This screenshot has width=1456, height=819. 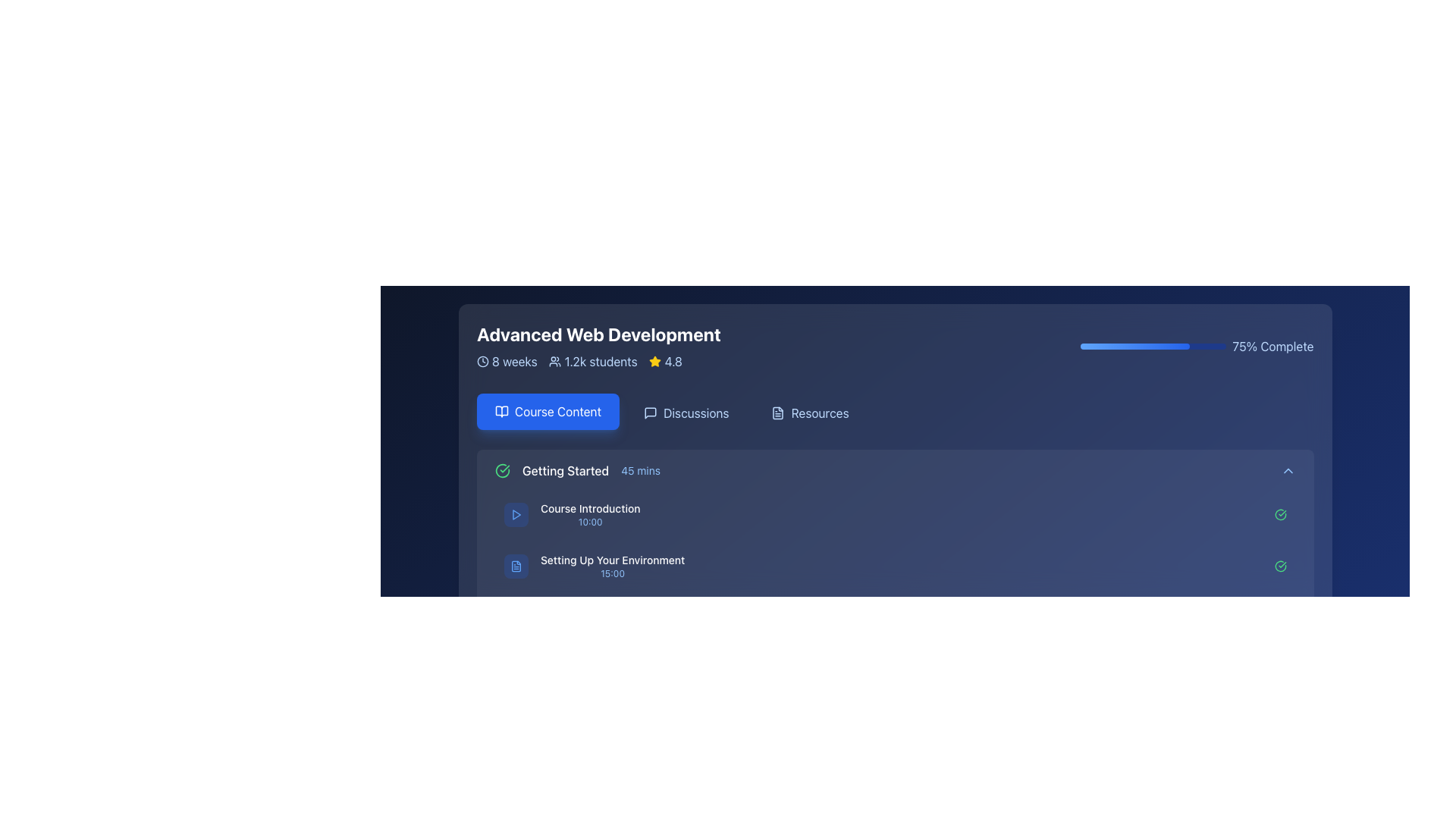 What do you see at coordinates (502, 470) in the screenshot?
I see `the completion icon indicating that the 'Getting Started' course has been marked as verified` at bounding box center [502, 470].